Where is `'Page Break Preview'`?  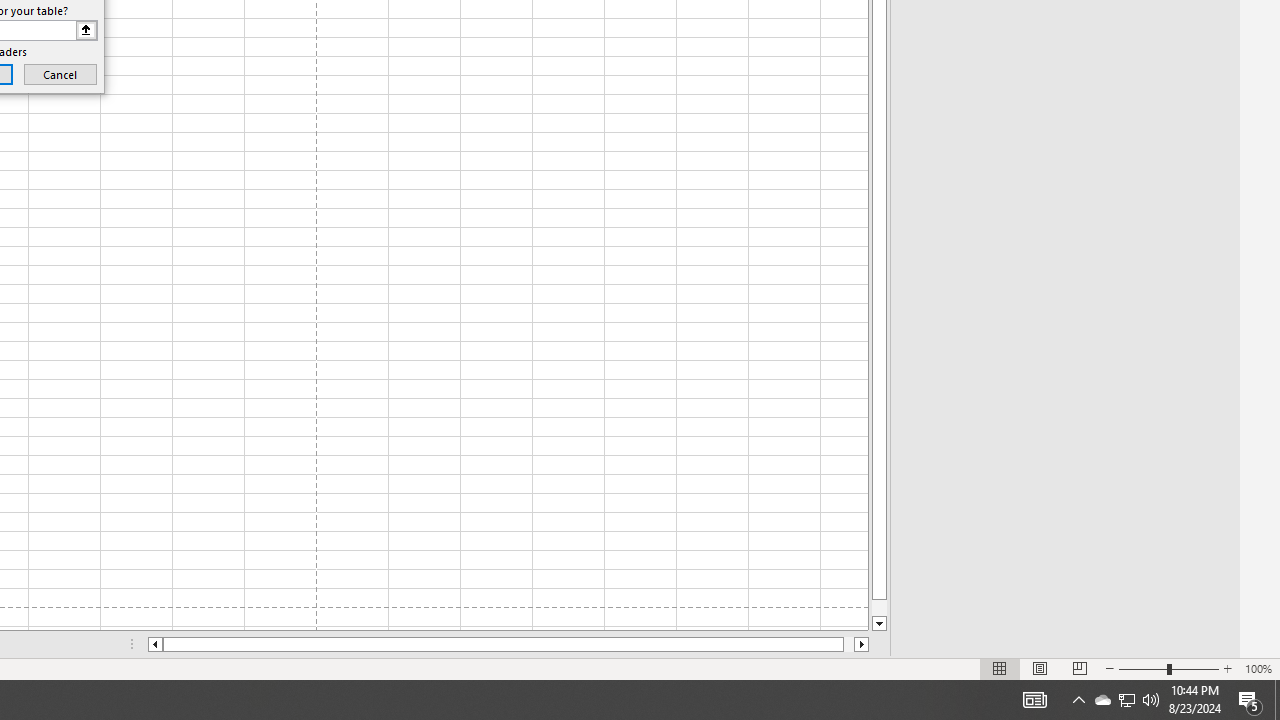
'Page Break Preview' is located at coordinates (1078, 669).